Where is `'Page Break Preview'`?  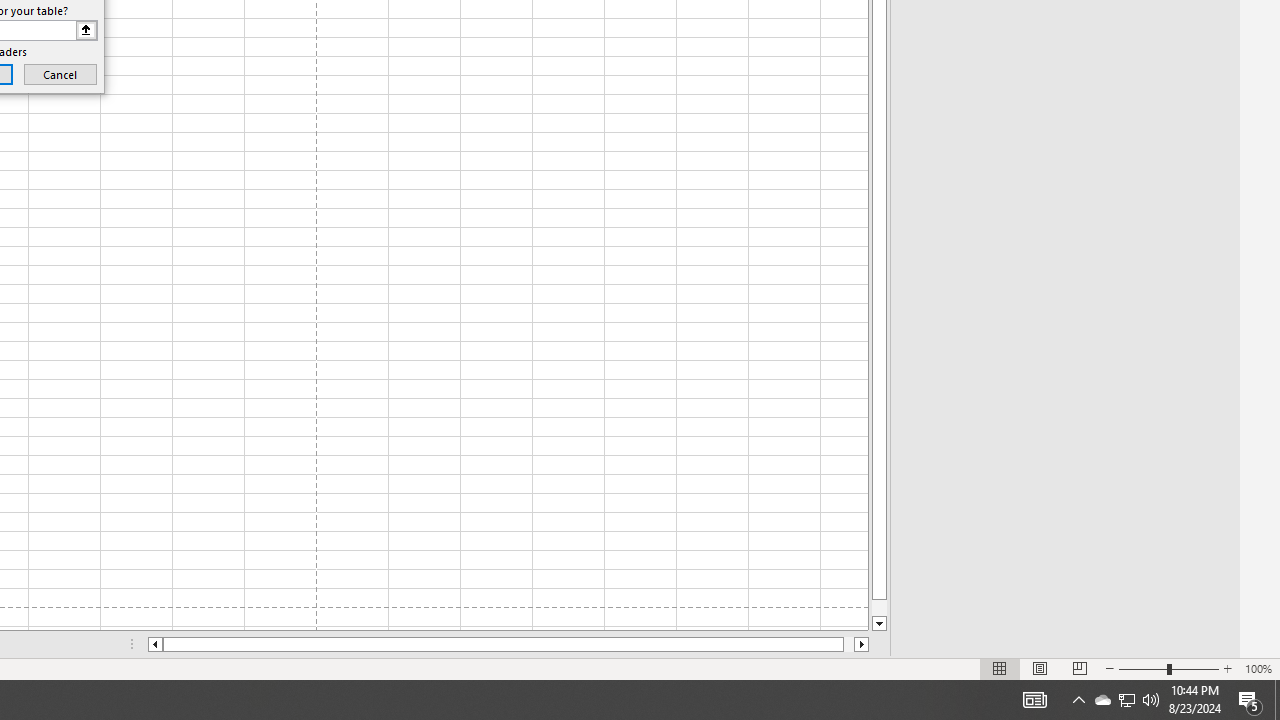
'Page Break Preview' is located at coordinates (1078, 669).